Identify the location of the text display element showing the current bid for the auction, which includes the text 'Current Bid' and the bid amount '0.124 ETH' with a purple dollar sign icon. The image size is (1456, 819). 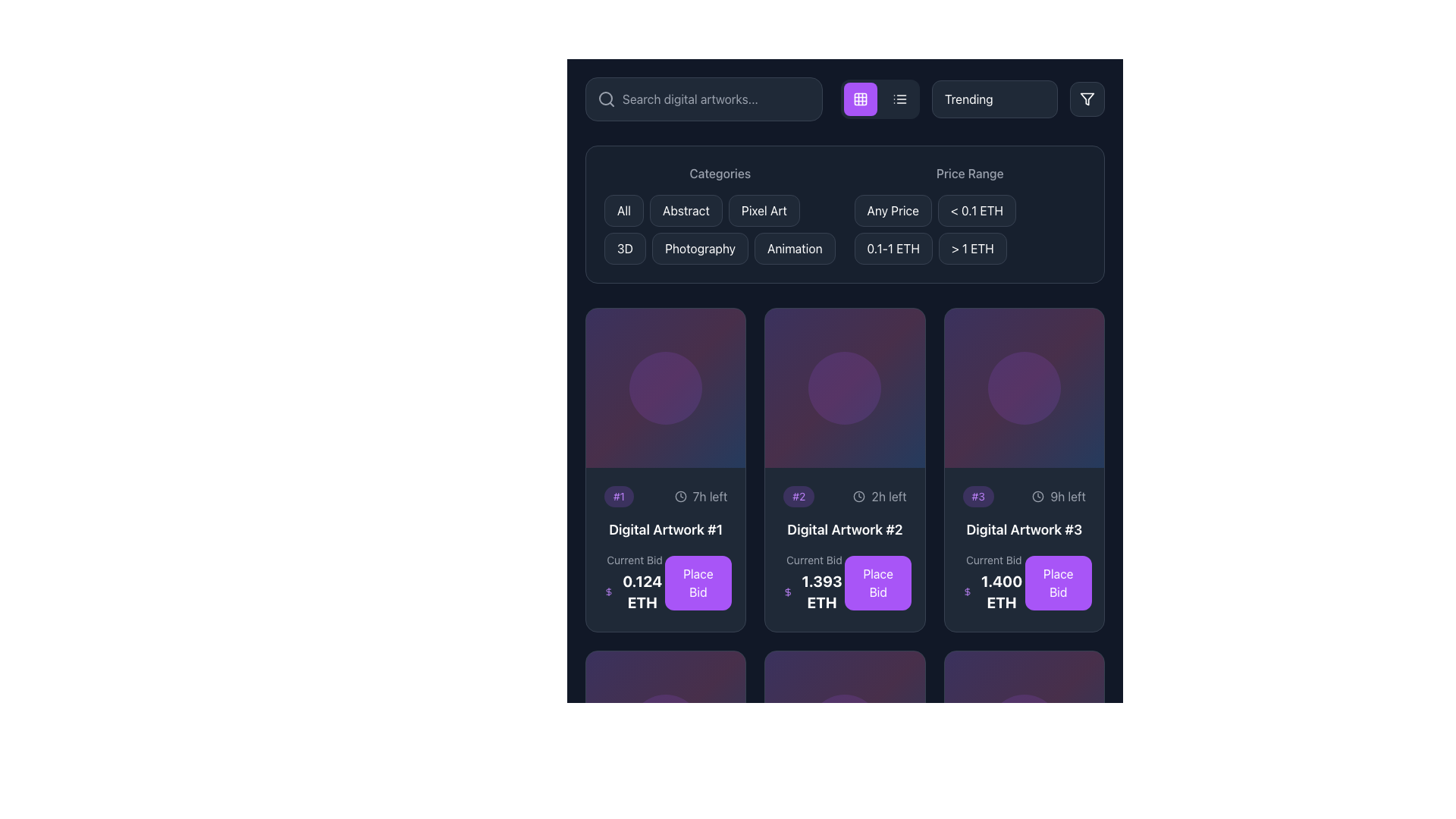
(635, 582).